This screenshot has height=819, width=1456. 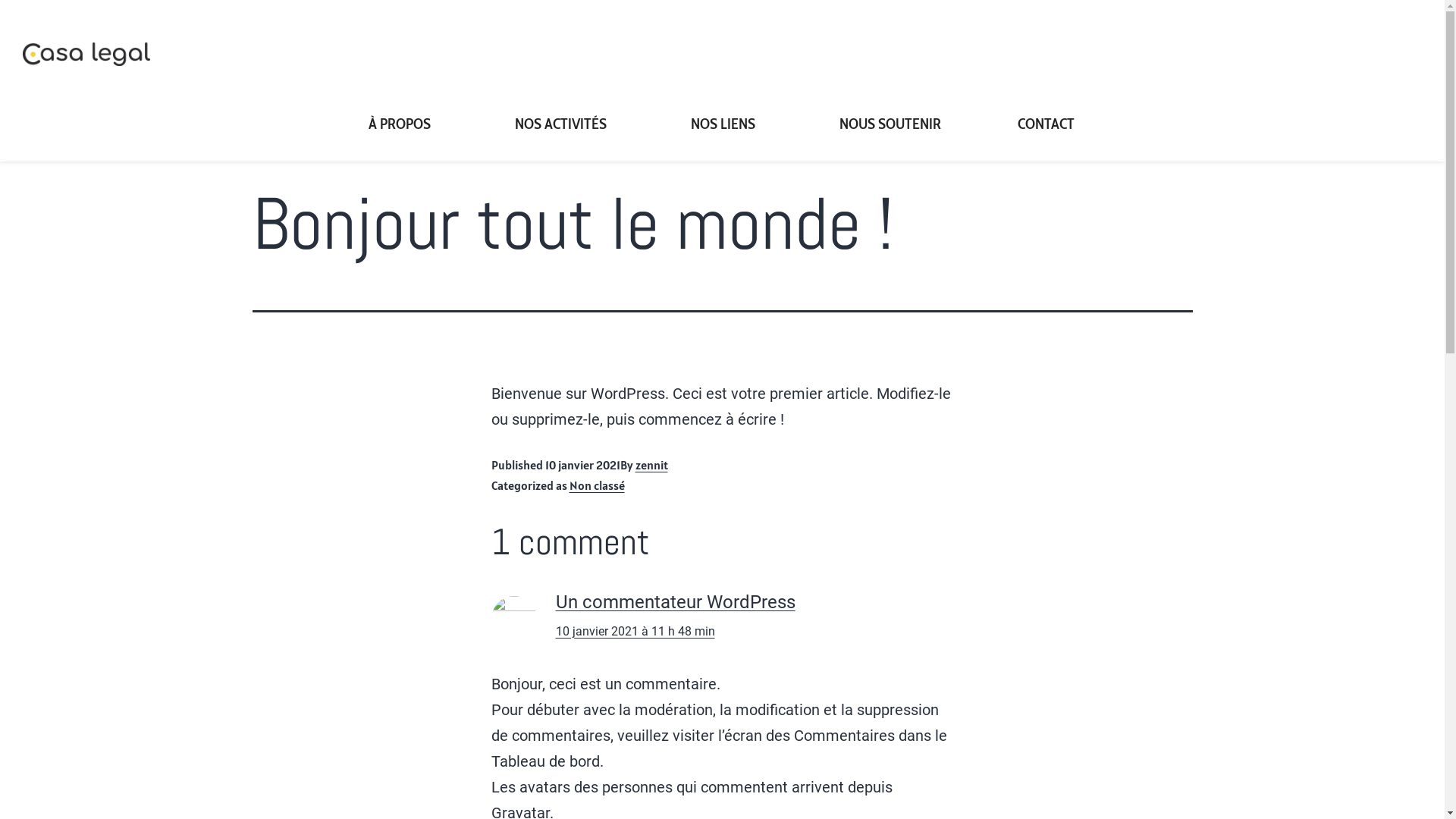 What do you see at coordinates (1045, 122) in the screenshot?
I see `'CONTACT'` at bounding box center [1045, 122].